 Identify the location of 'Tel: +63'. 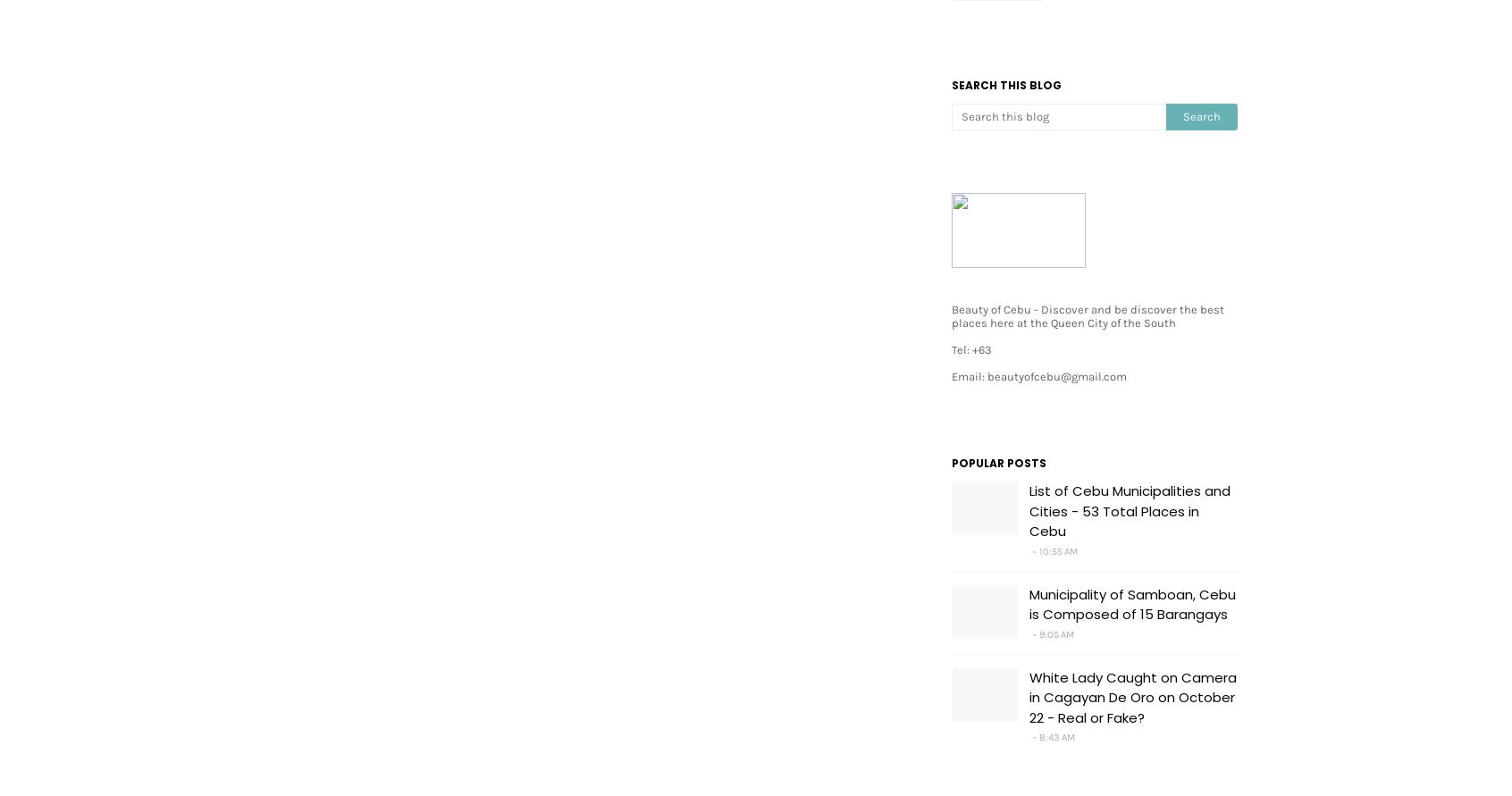
(971, 349).